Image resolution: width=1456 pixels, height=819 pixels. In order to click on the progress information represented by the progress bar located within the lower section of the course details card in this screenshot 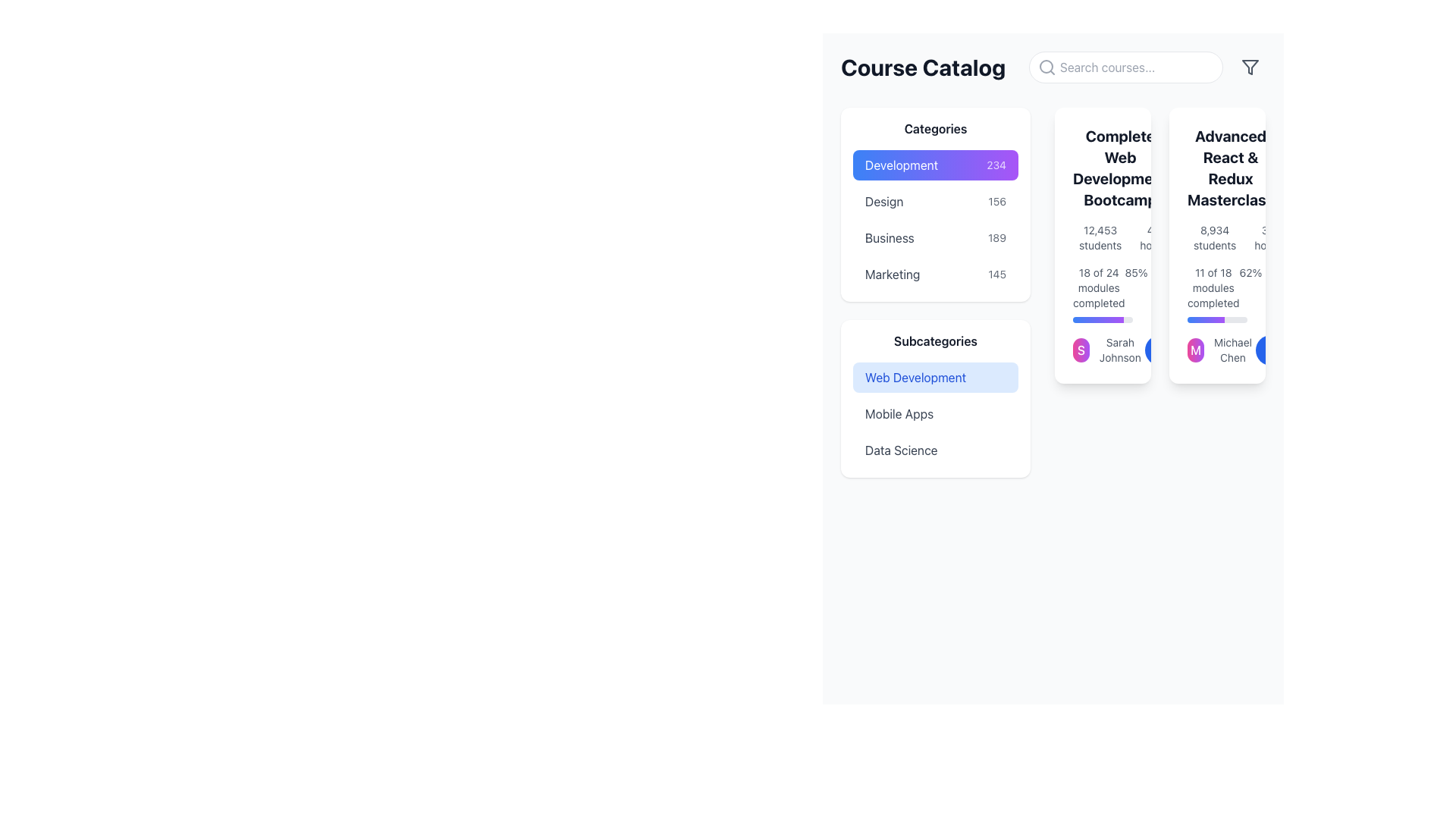, I will do `click(1098, 318)`.